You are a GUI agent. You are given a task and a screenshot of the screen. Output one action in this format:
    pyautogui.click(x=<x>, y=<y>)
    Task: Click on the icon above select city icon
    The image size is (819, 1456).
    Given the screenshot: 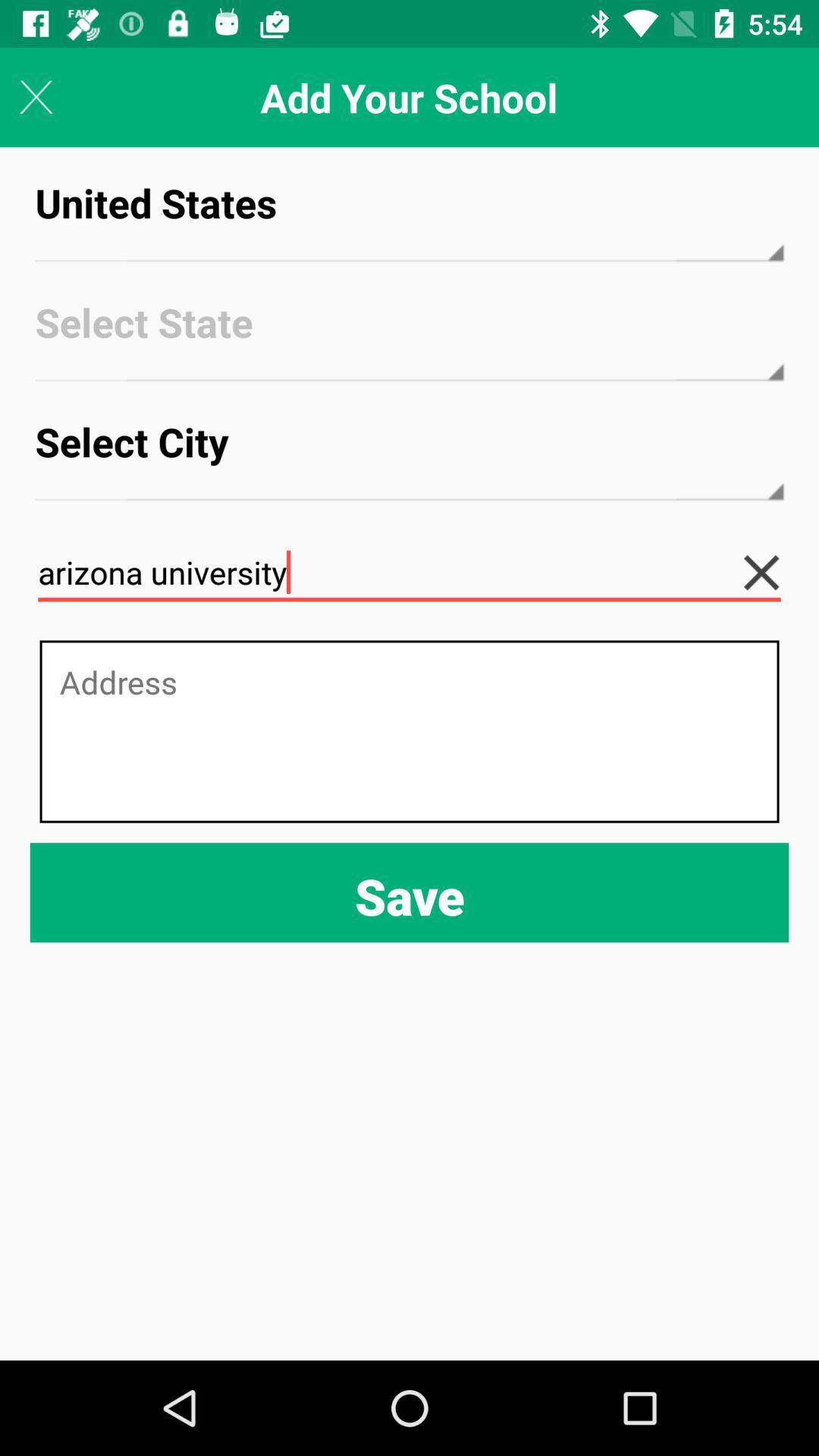 What is the action you would take?
    pyautogui.click(x=409, y=335)
    